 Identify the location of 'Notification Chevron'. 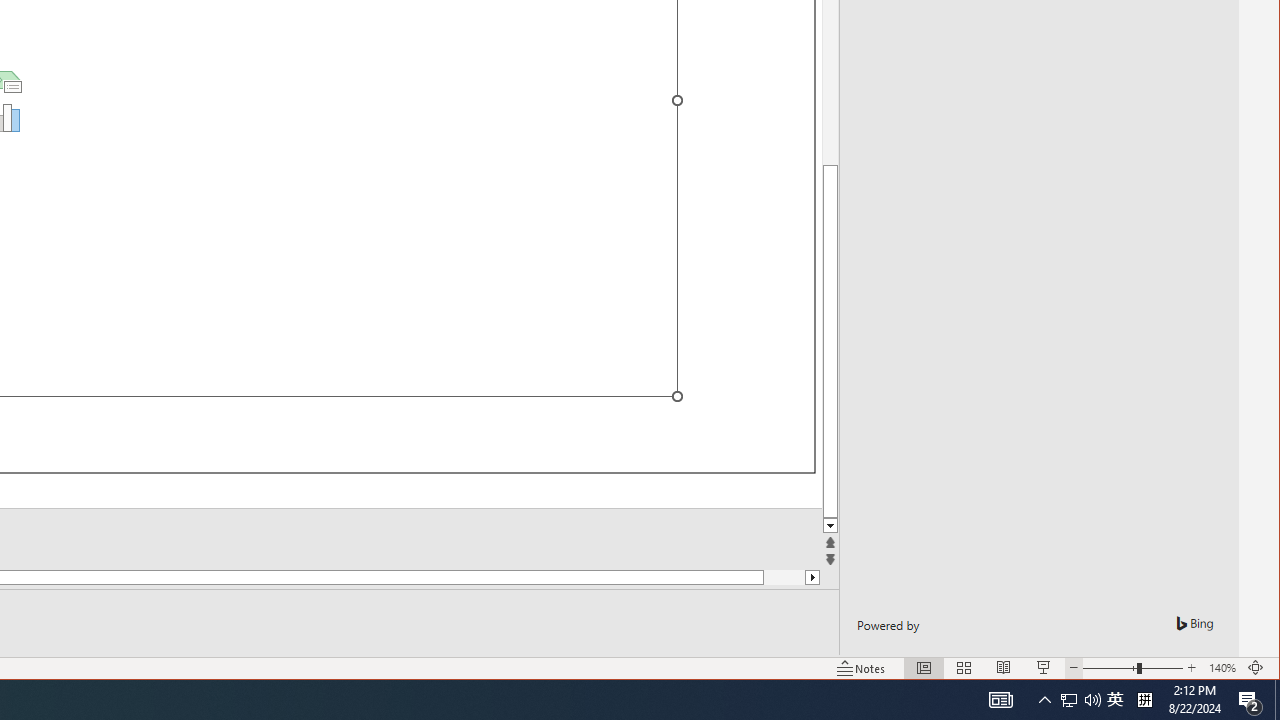
(1044, 698).